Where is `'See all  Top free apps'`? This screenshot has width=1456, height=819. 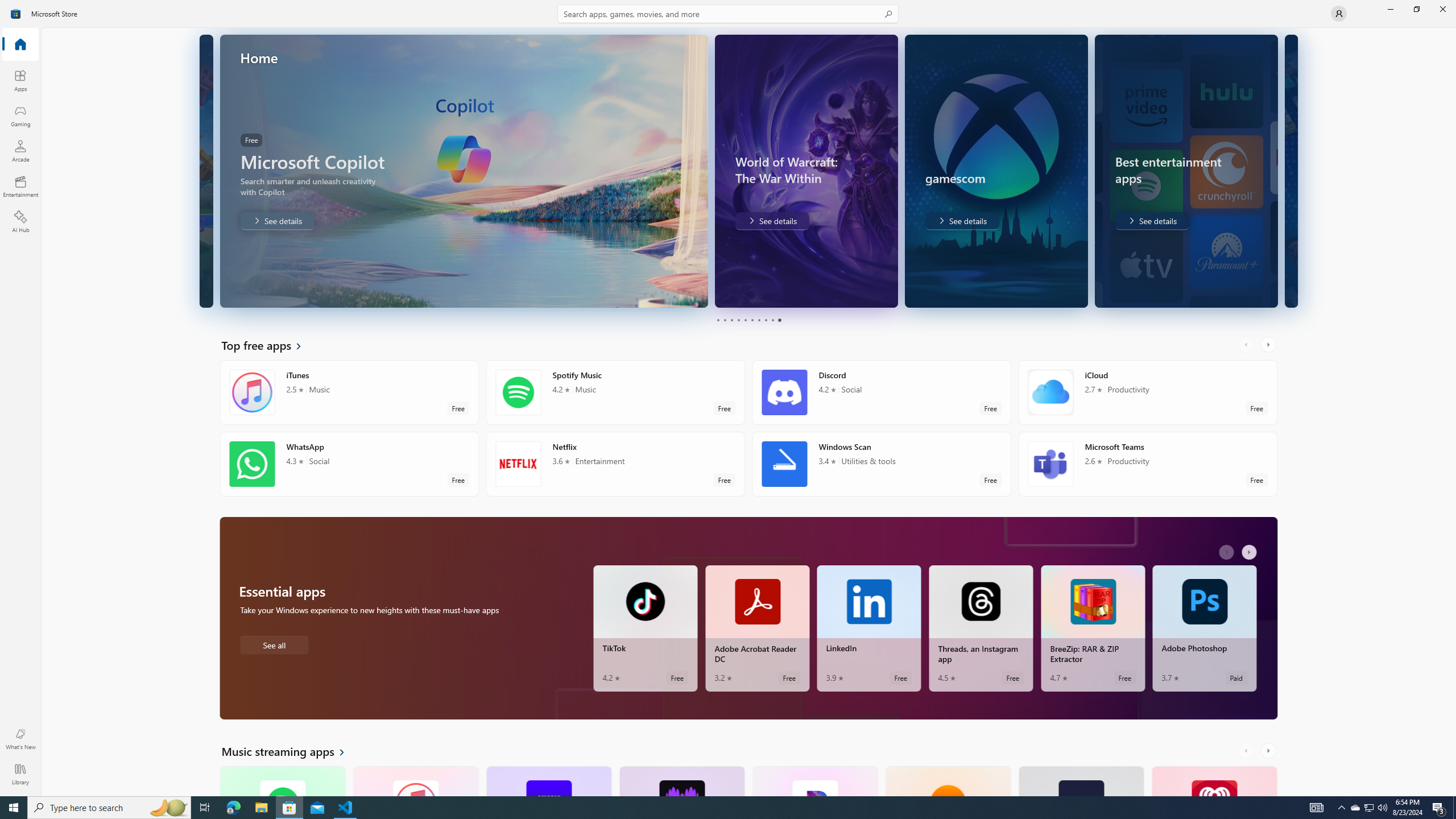
'See all  Top free apps' is located at coordinates (268, 344).